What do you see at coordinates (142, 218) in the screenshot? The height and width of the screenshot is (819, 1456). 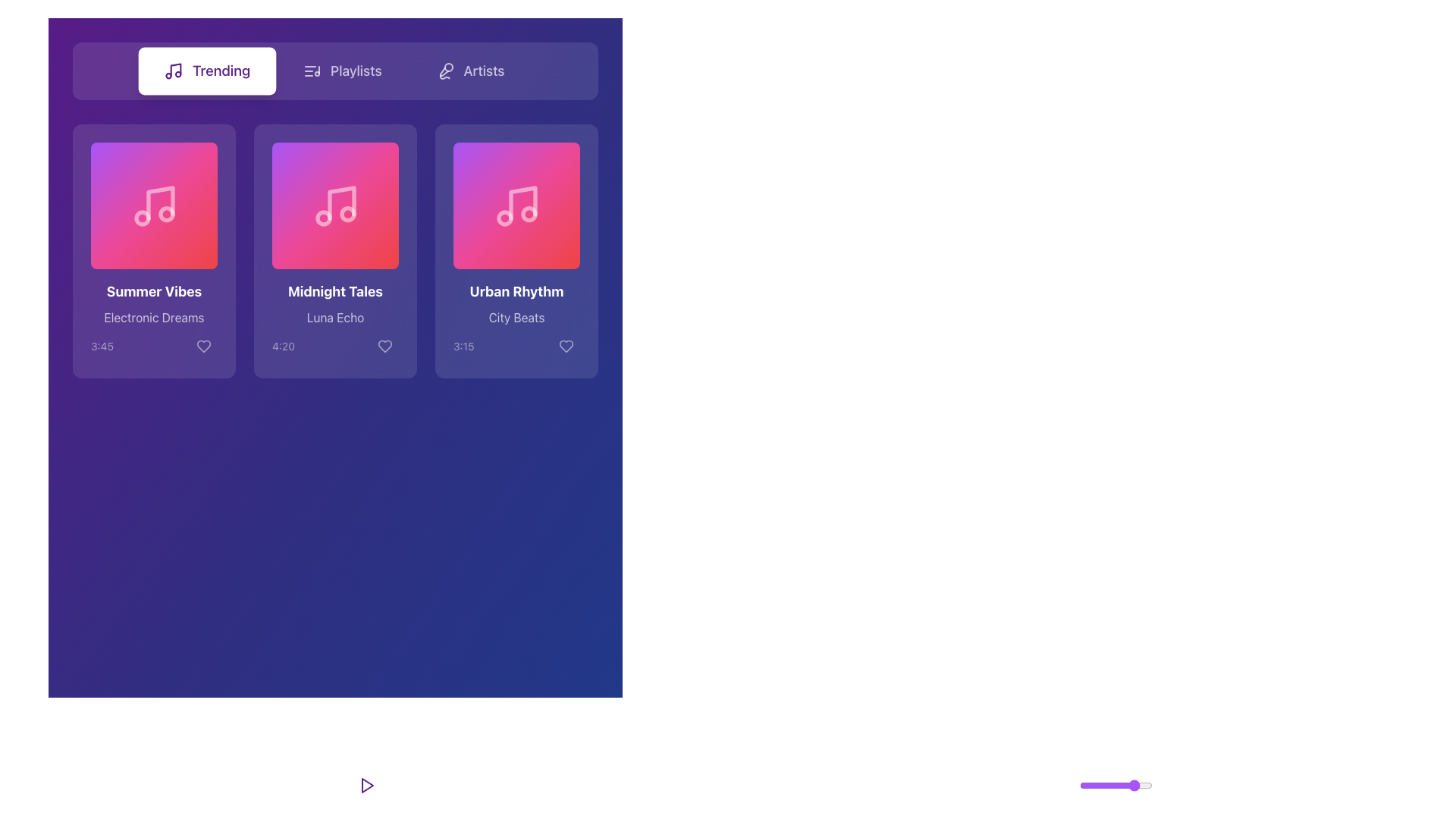 I see `the small SVG circle element that is part of the music note design in the 'Summer Vibes' card located in the trending section` at bounding box center [142, 218].